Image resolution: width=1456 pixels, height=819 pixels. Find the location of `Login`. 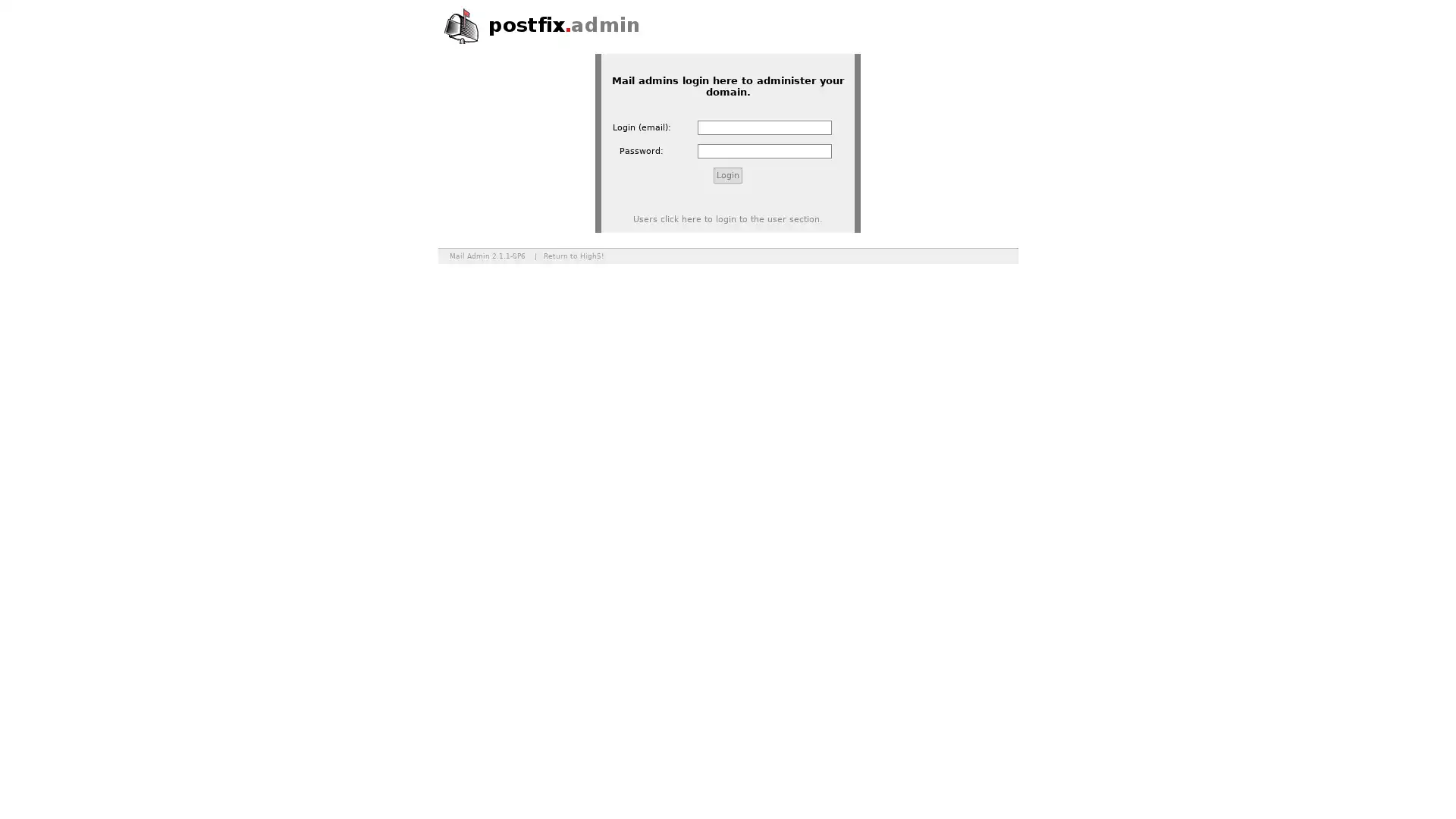

Login is located at coordinates (728, 174).